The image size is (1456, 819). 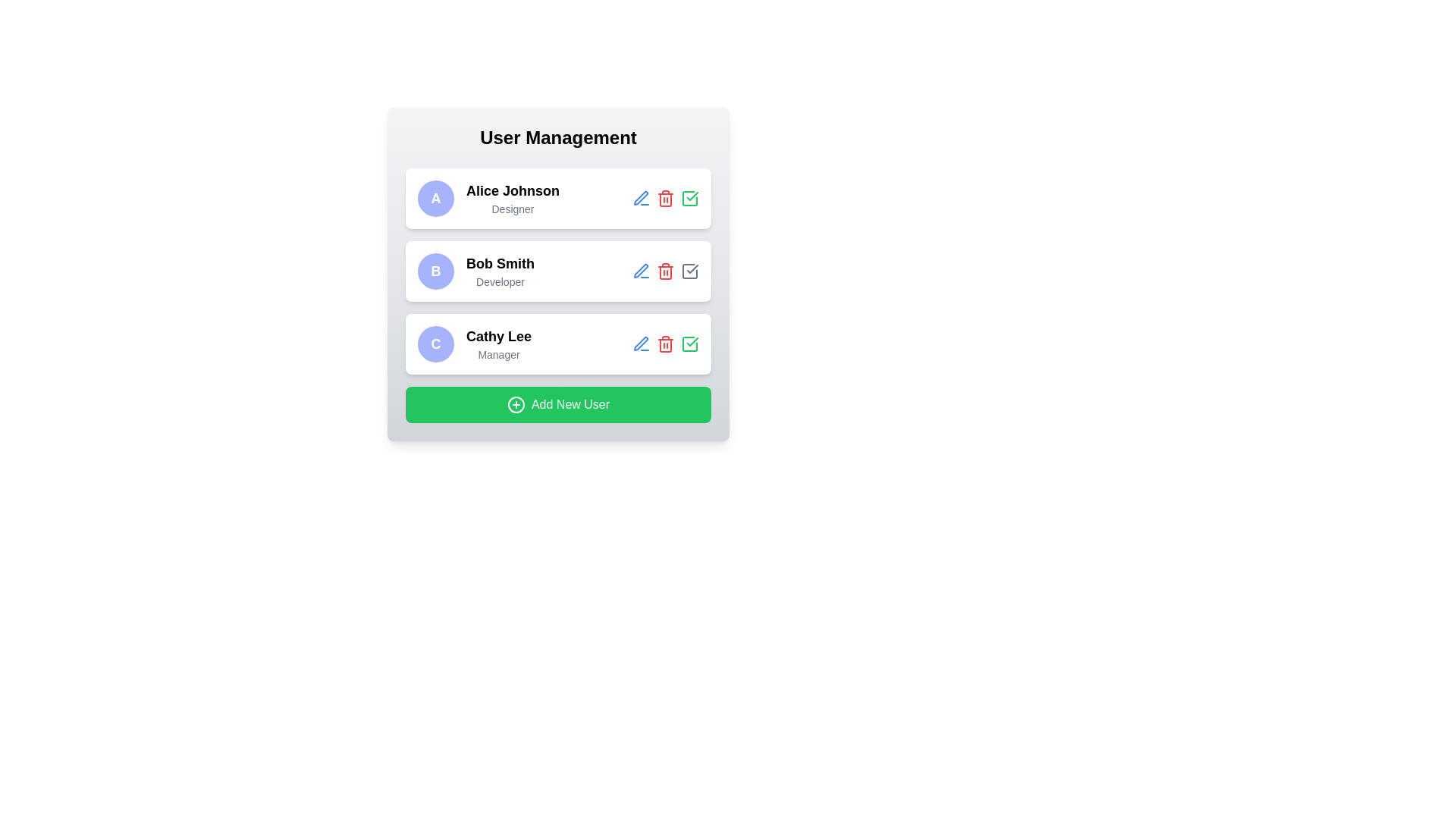 What do you see at coordinates (513, 198) in the screenshot?
I see `the Text Display element for 'Alice Johnson', which includes the subtitle 'Designer', located` at bounding box center [513, 198].